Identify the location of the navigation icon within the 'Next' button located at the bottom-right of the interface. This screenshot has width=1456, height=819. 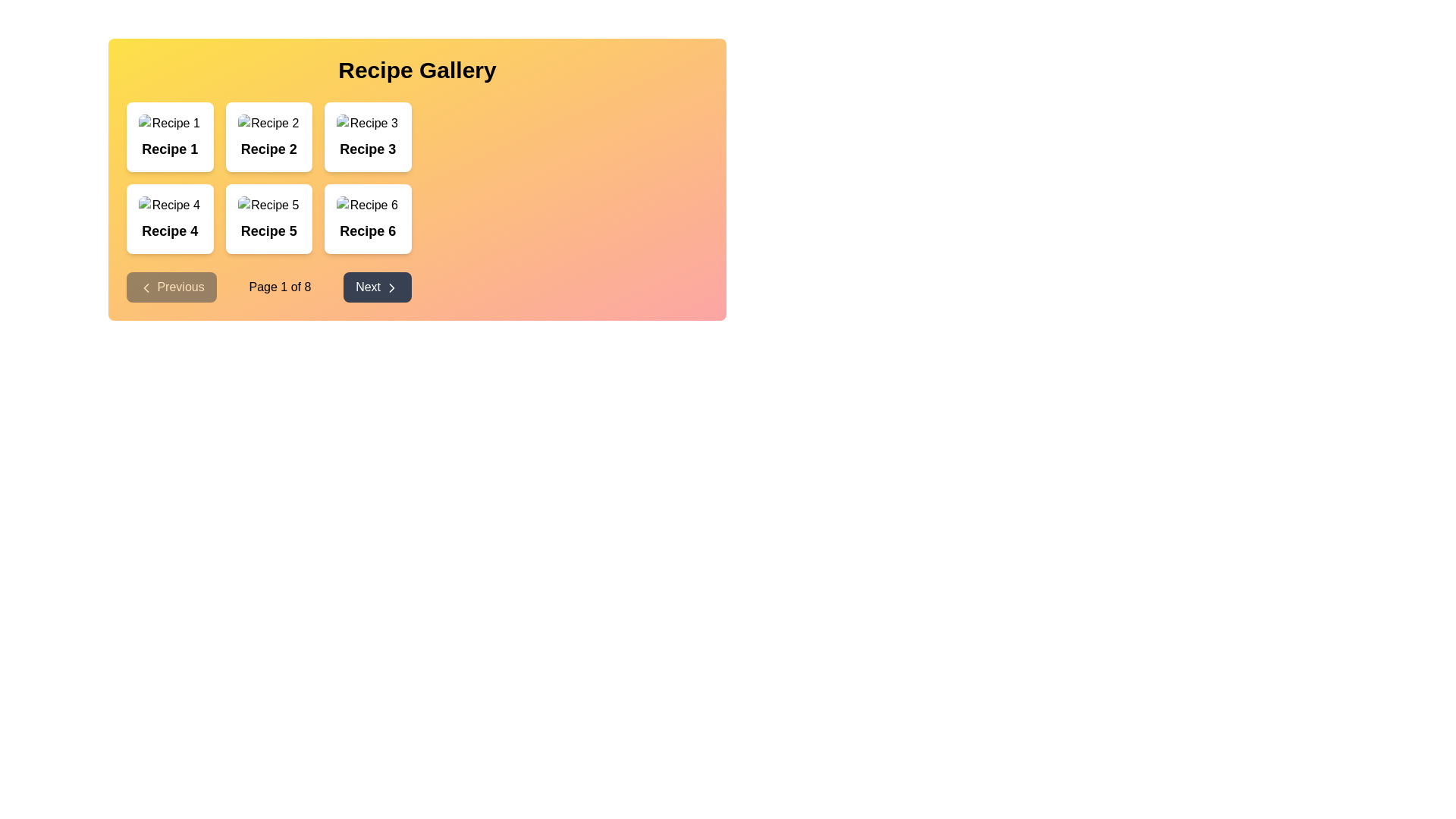
(391, 287).